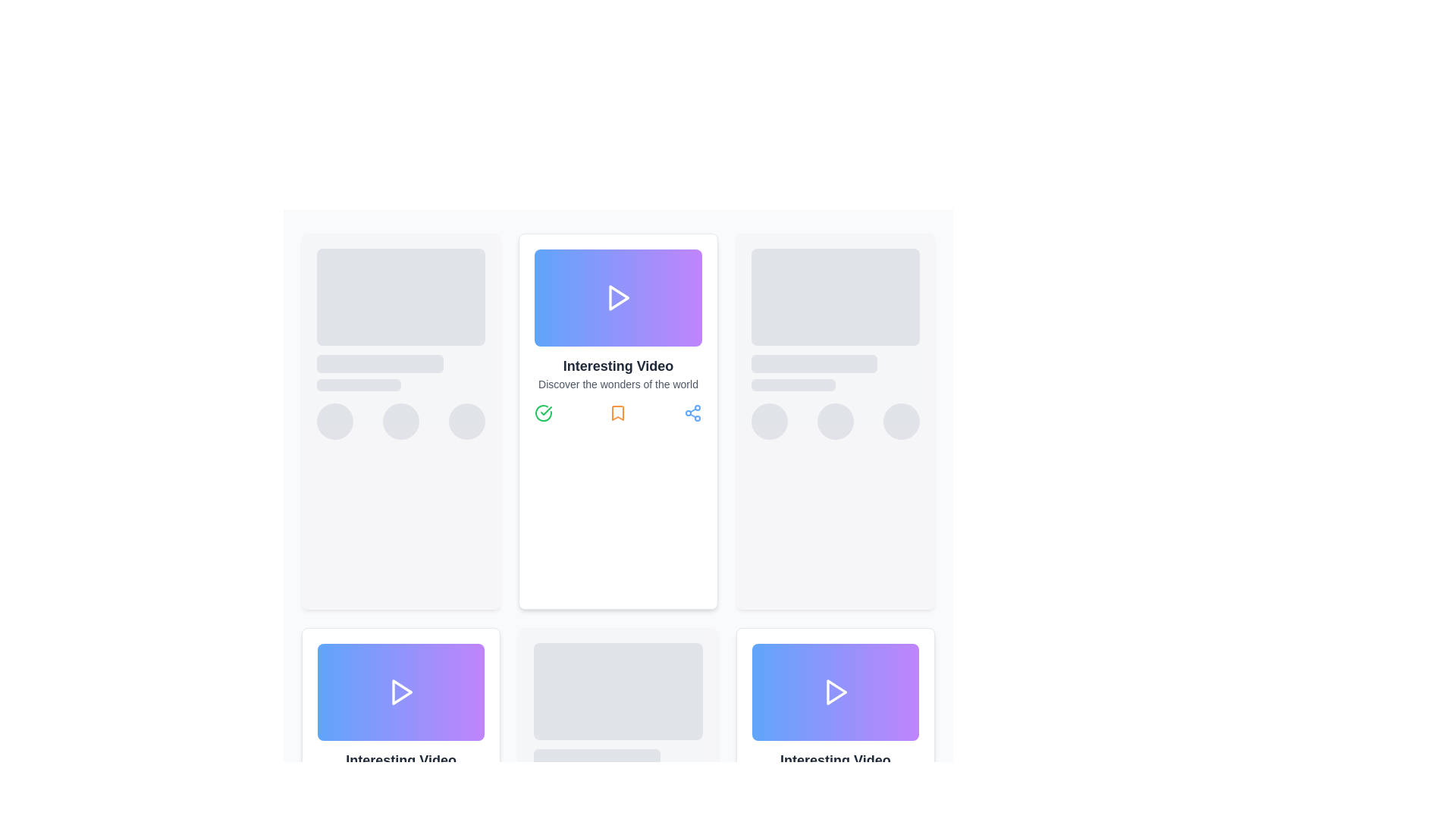 This screenshot has height=819, width=1456. What do you see at coordinates (618, 413) in the screenshot?
I see `the orange bookmark icon located beneath the 'Interesting Video' heading to bookmark the associated content` at bounding box center [618, 413].